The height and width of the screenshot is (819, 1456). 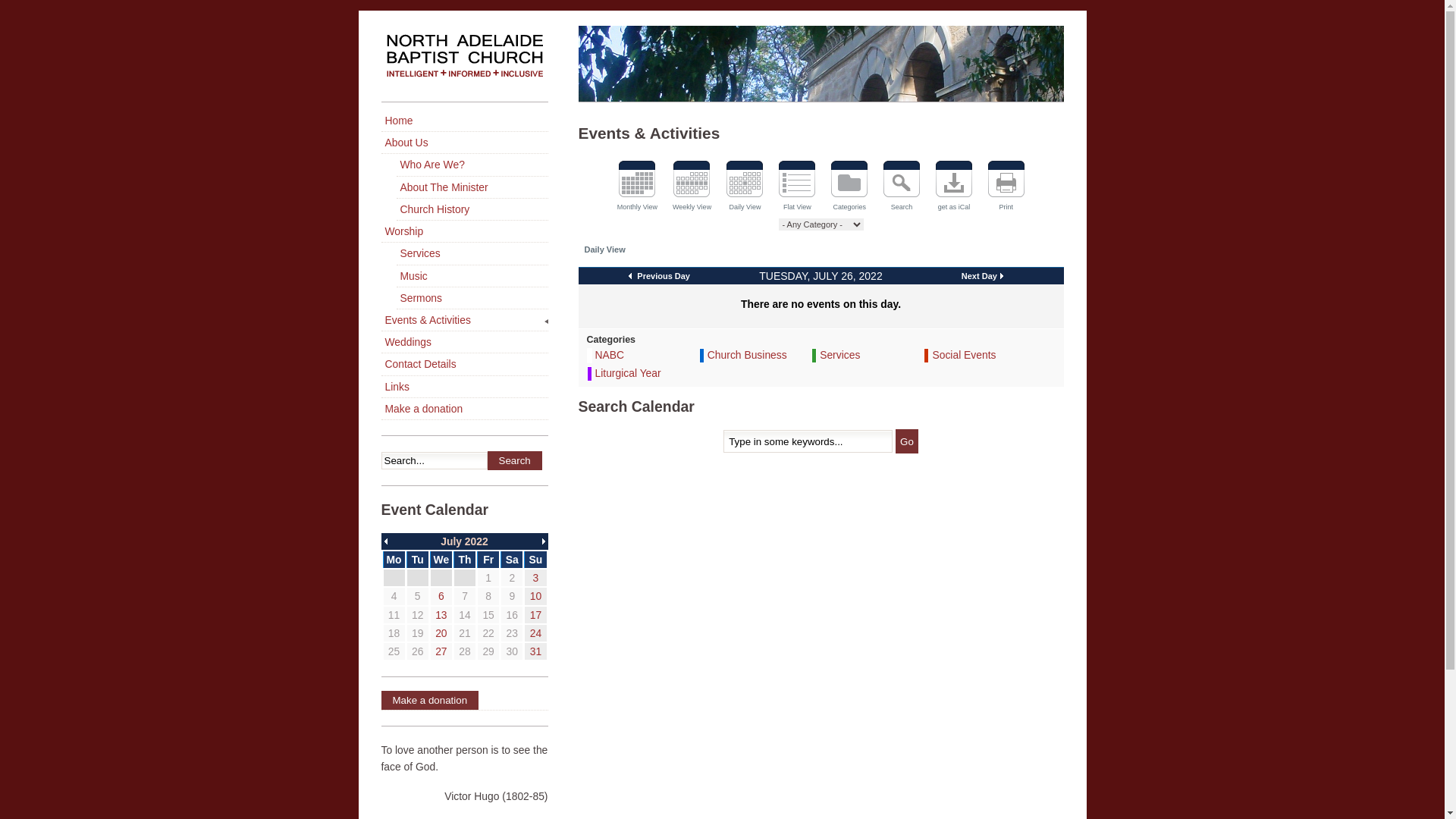 I want to click on 'Church Business', so click(x=747, y=354).